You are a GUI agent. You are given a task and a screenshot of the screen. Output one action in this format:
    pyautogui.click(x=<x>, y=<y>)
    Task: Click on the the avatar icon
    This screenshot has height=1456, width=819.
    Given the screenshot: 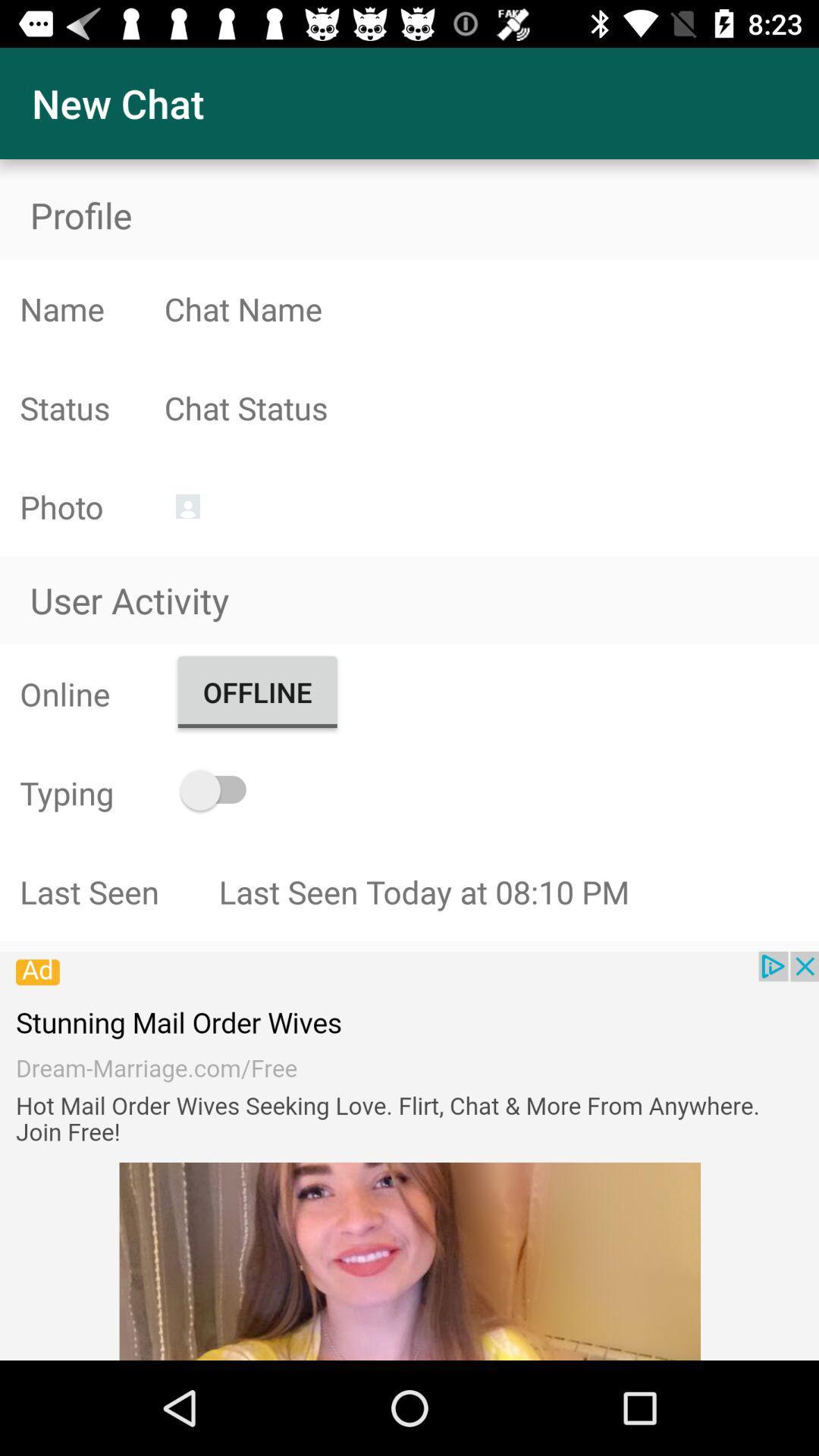 What is the action you would take?
    pyautogui.click(x=187, y=506)
    